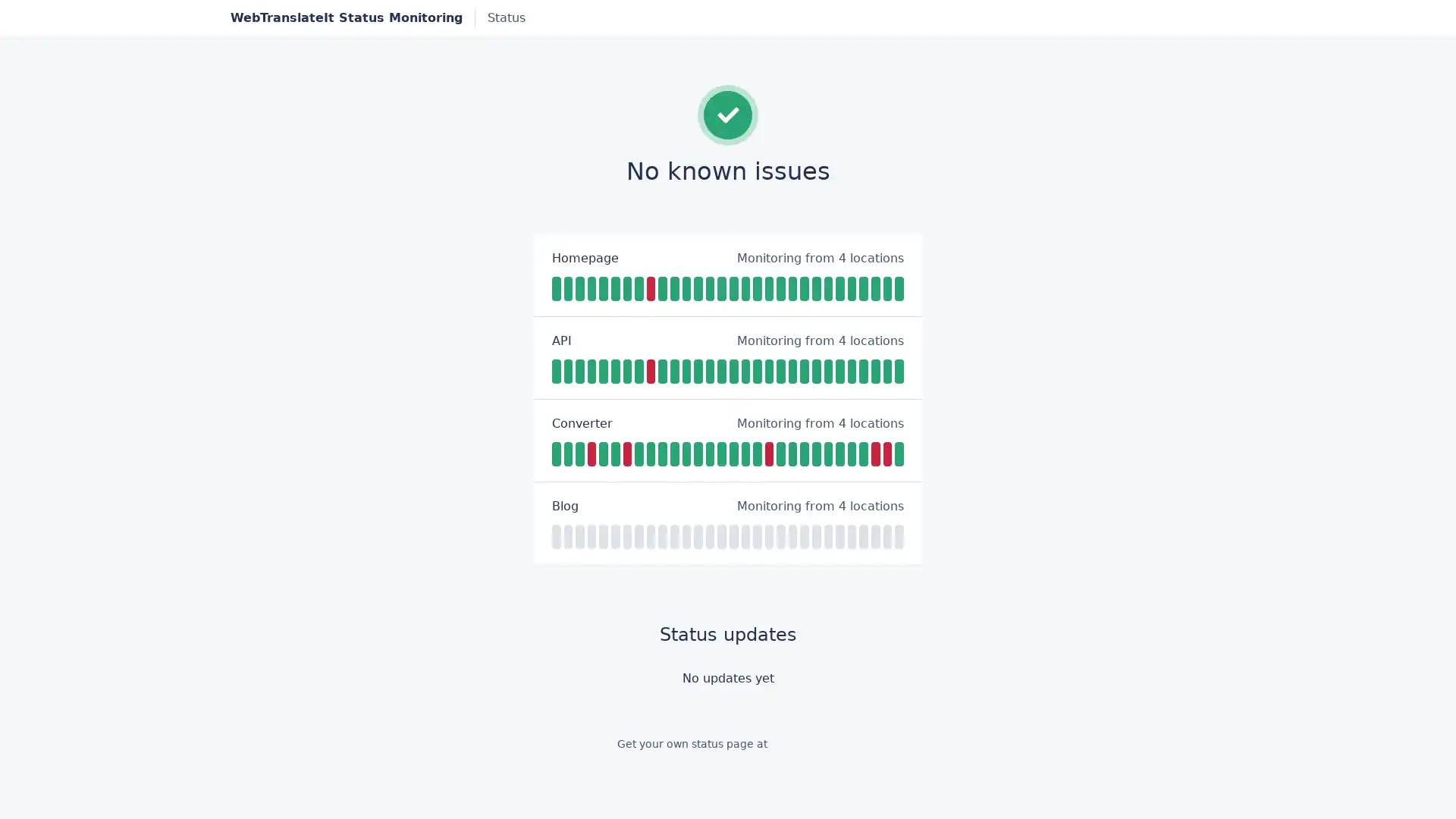  I want to click on API, so click(560, 339).